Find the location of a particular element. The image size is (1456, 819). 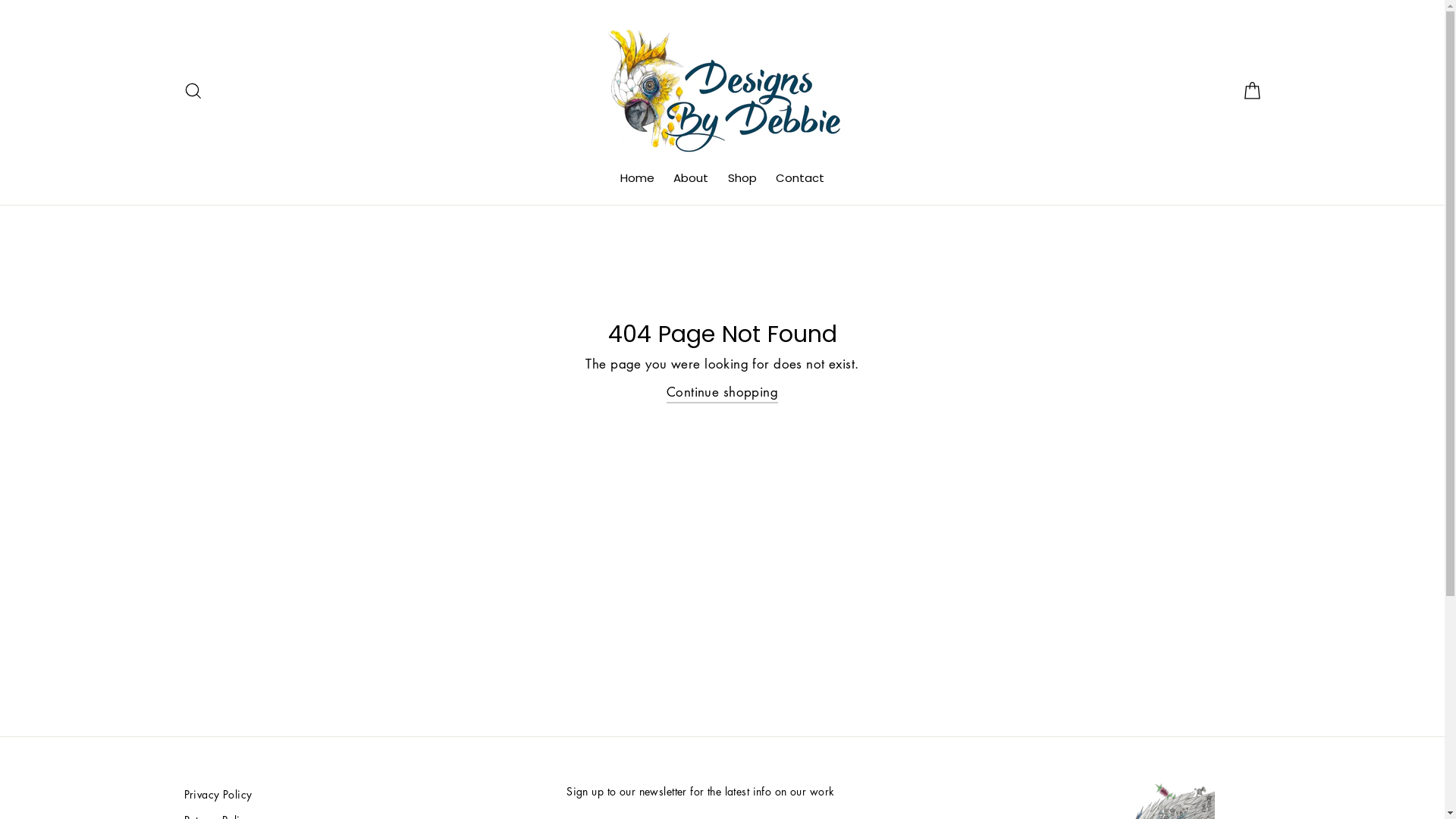

'Cart' is located at coordinates (1233, 90).